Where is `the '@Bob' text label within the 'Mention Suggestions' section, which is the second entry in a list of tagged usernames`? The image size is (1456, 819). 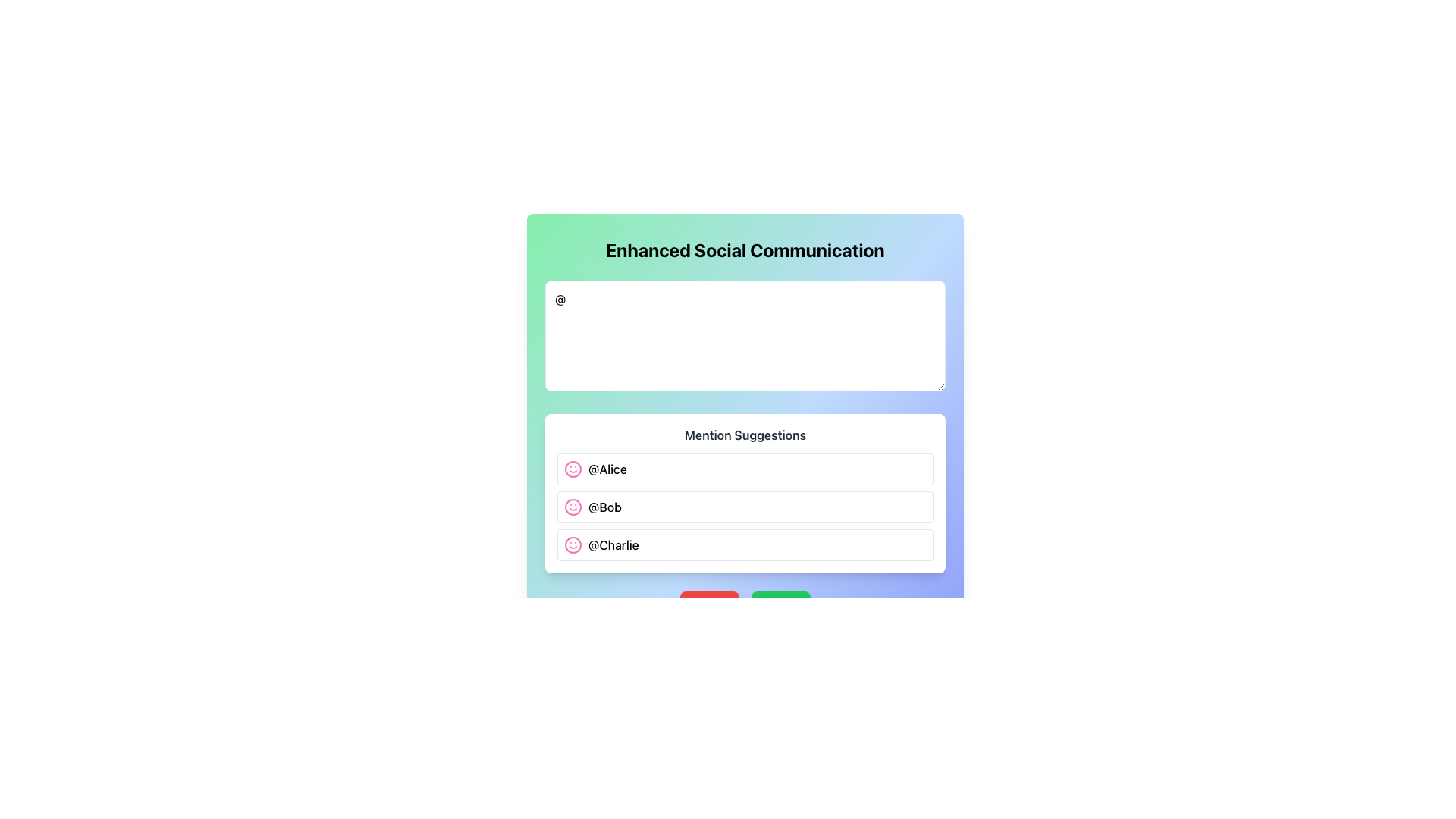 the '@Bob' text label within the 'Mention Suggestions' section, which is the second entry in a list of tagged usernames is located at coordinates (604, 507).